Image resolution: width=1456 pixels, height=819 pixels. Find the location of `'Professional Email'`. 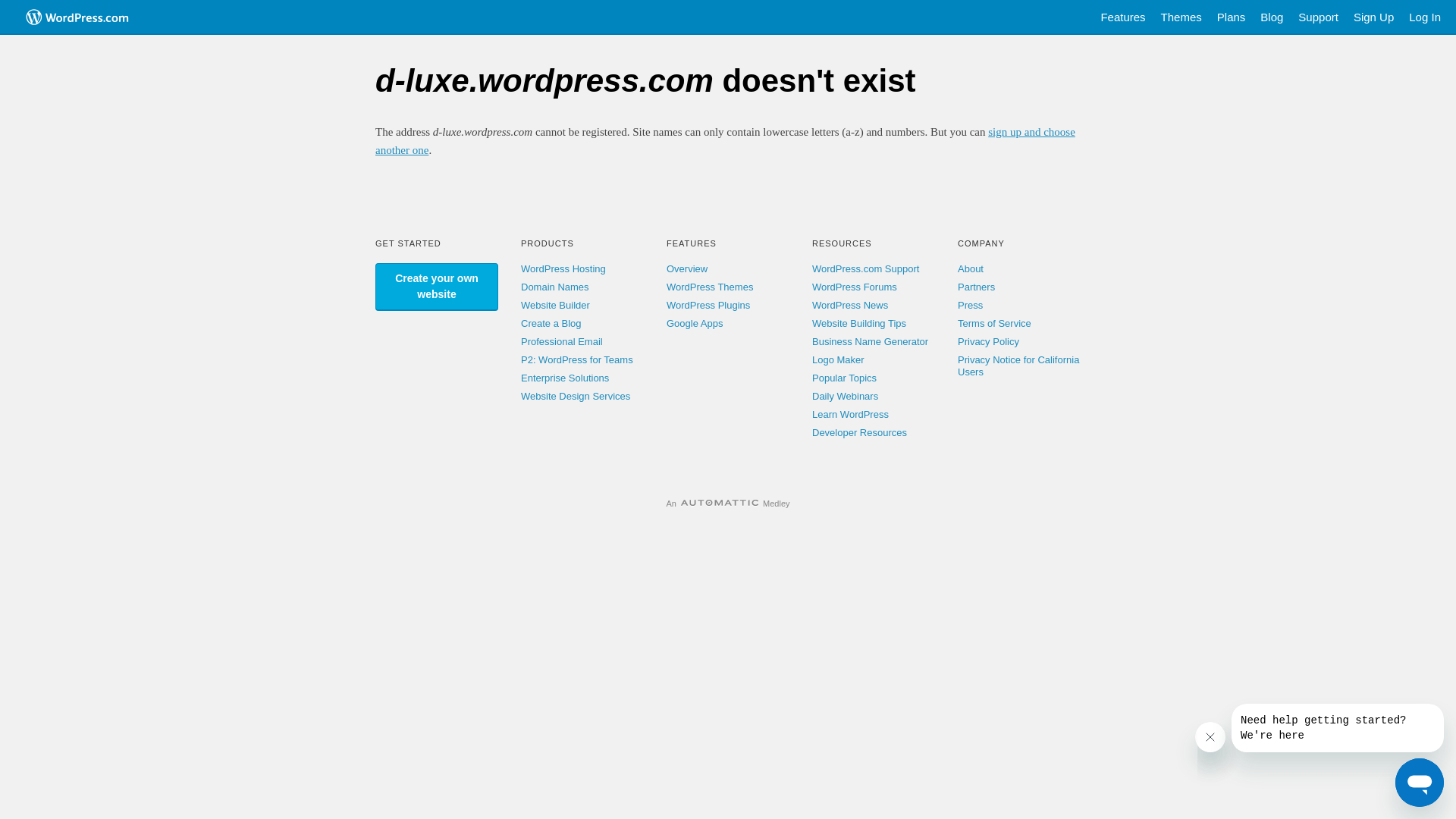

'Professional Email' is located at coordinates (560, 341).